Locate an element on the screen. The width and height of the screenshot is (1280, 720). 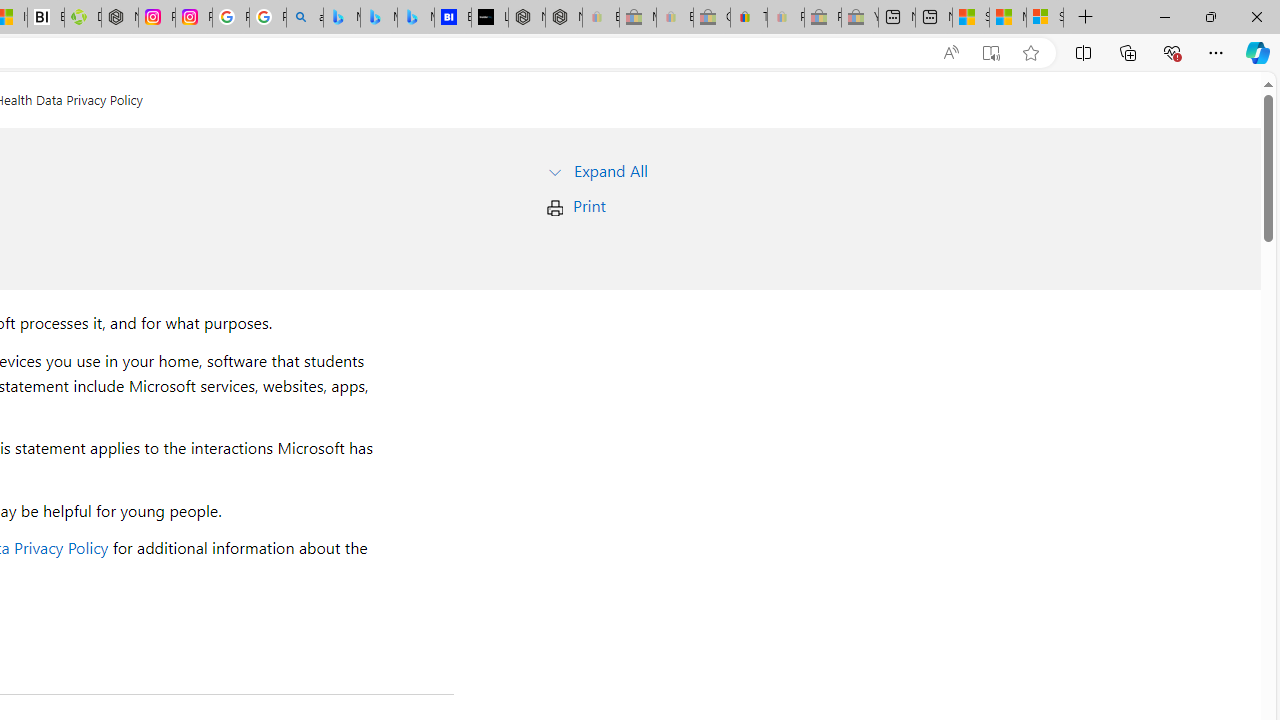
'Nordace - Nordace Edin Collection' is located at coordinates (119, 17).